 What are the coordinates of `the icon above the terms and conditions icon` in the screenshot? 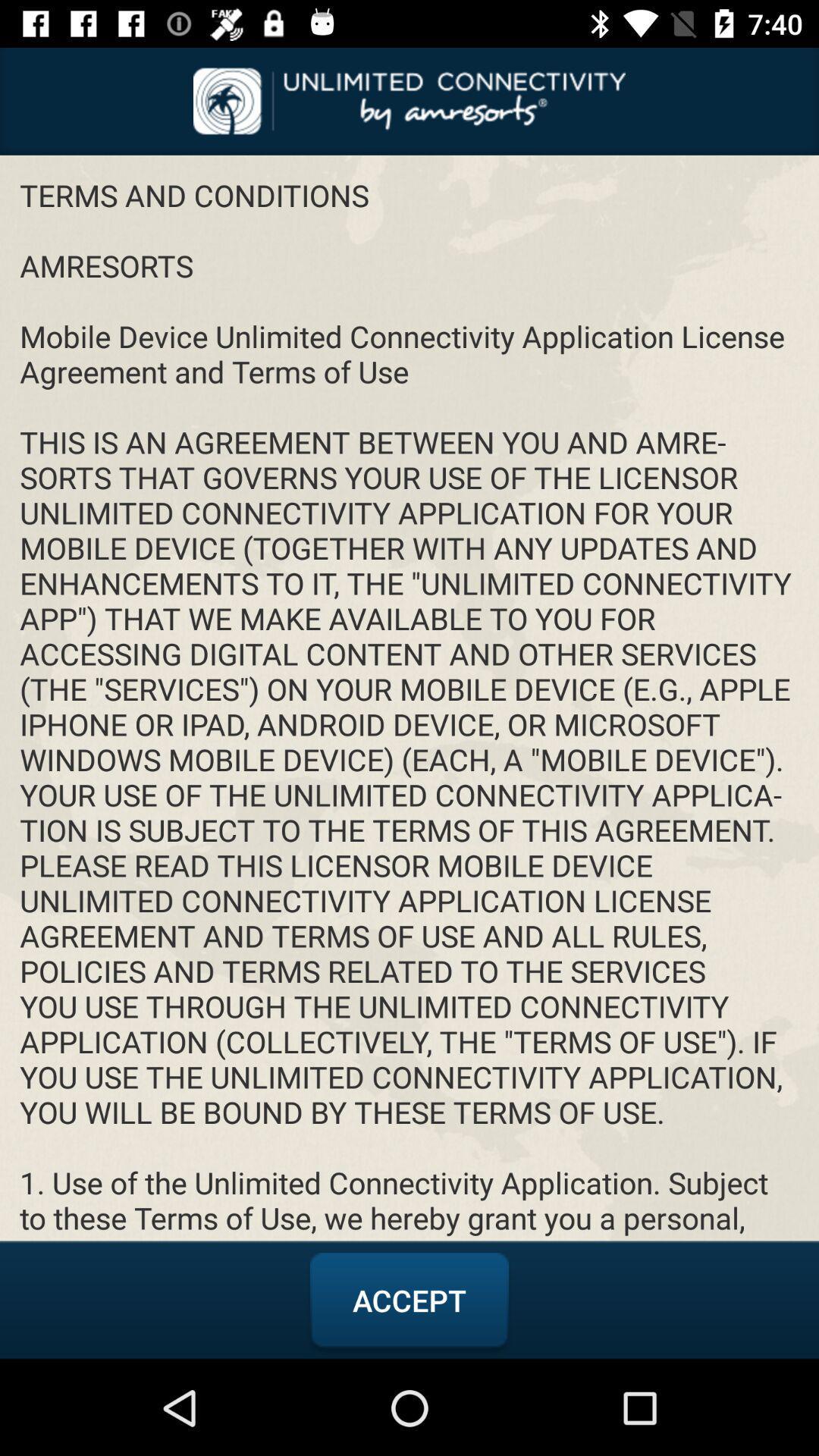 It's located at (409, 100).